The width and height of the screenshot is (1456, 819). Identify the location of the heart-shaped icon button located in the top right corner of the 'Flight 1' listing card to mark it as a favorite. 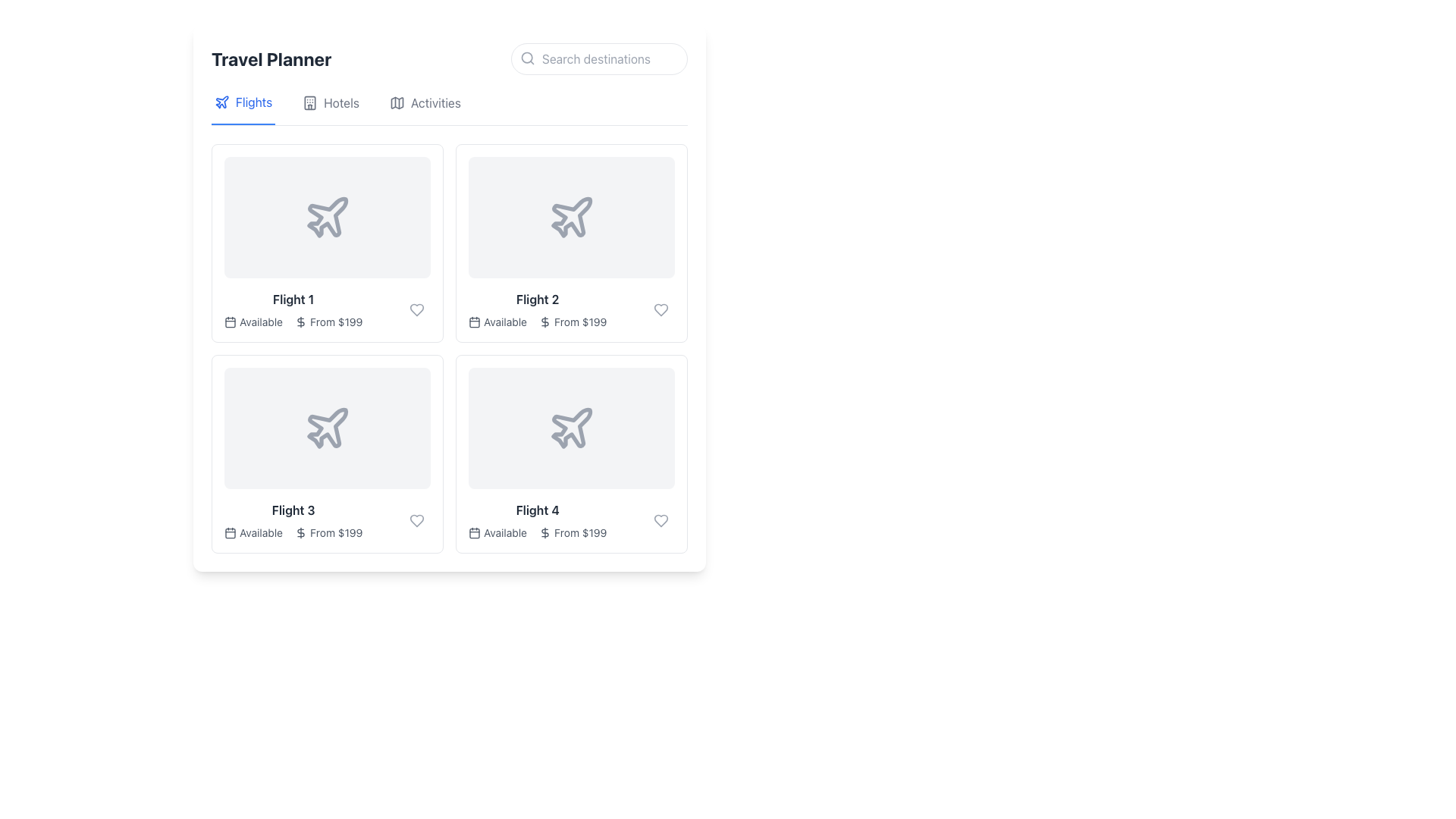
(417, 309).